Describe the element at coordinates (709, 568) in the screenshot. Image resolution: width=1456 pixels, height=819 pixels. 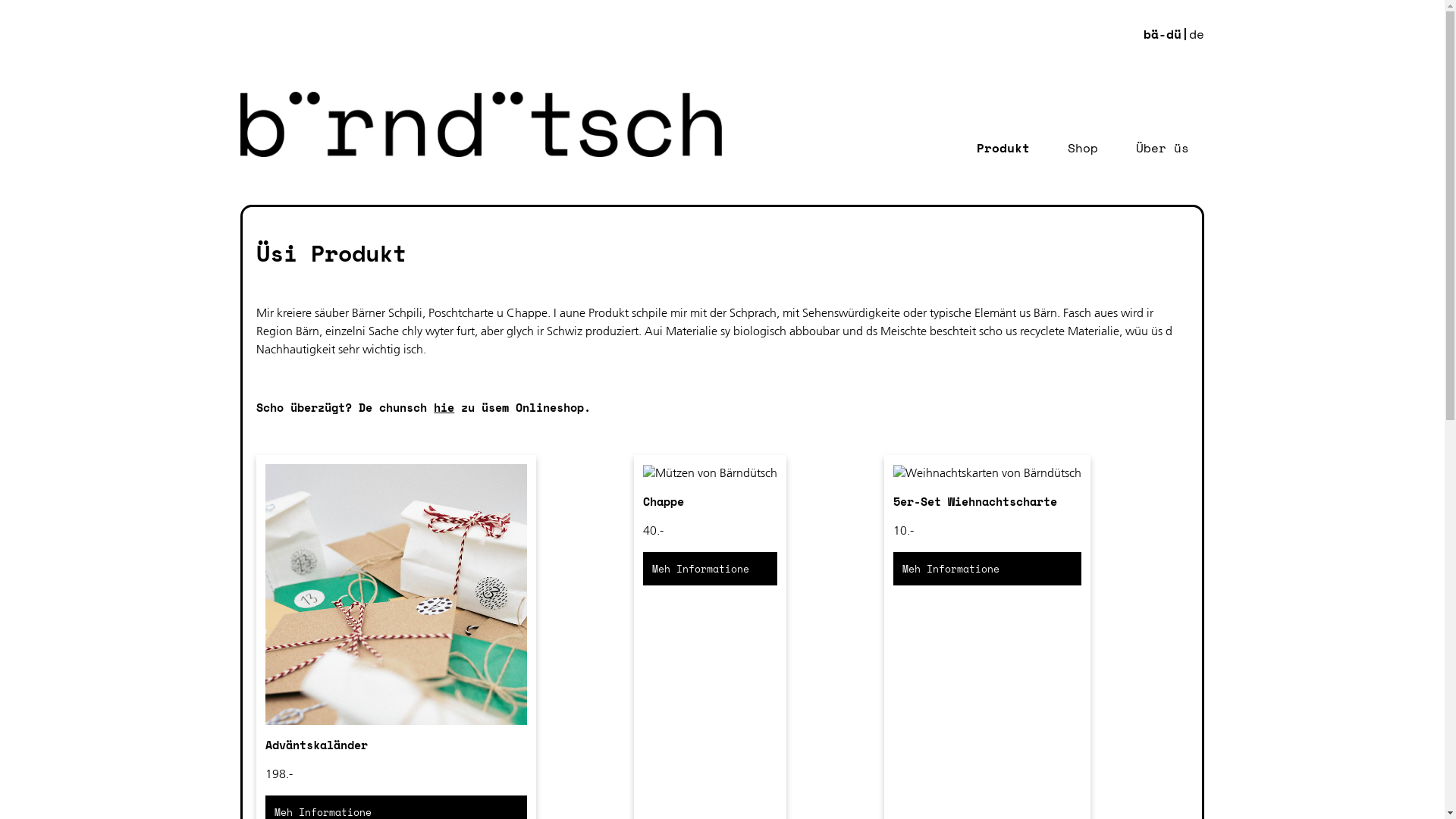
I see `'Meh Informatione'` at that location.